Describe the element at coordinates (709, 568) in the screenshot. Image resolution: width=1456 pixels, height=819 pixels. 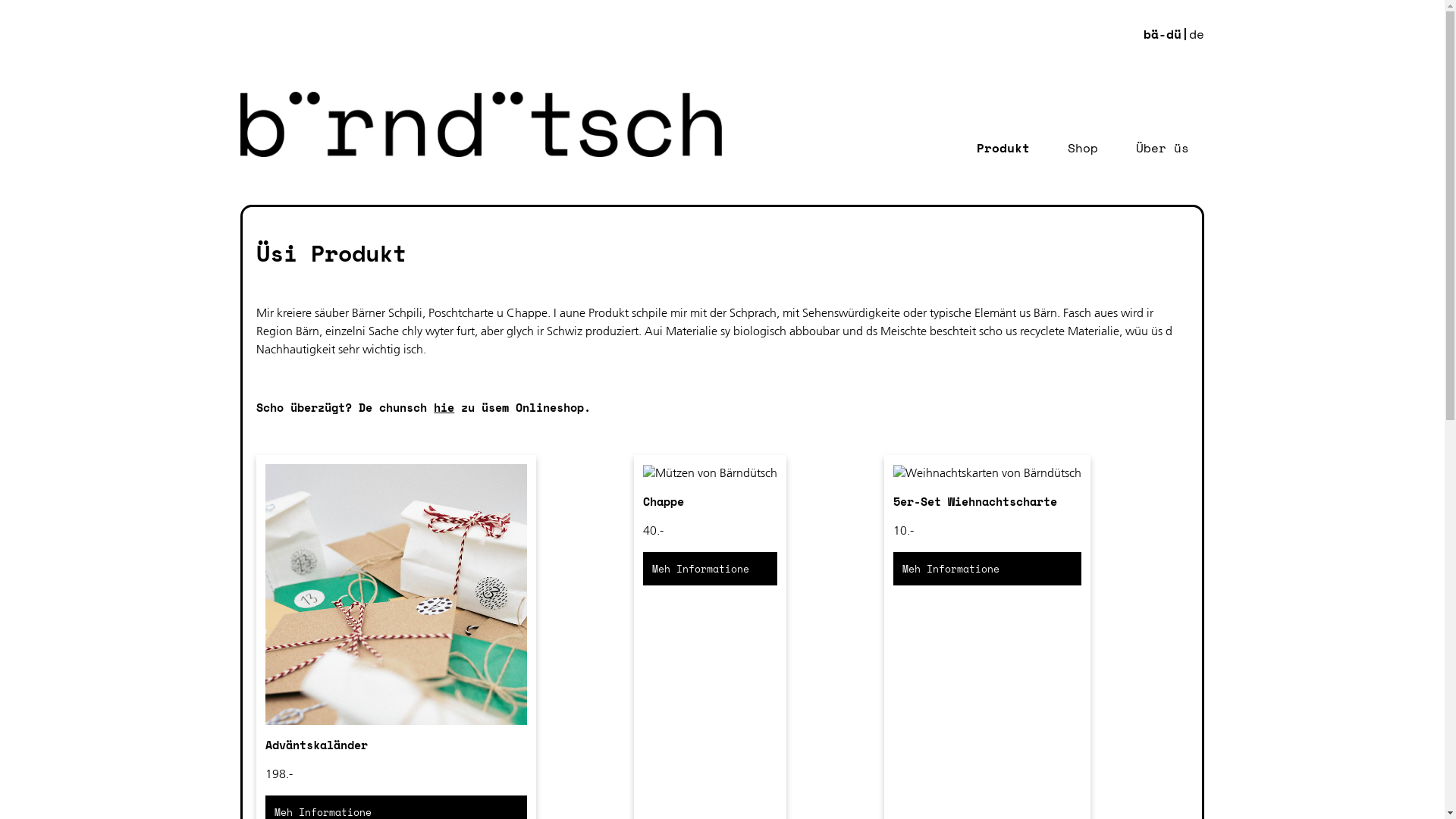
I see `'Meh Informatione'` at that location.